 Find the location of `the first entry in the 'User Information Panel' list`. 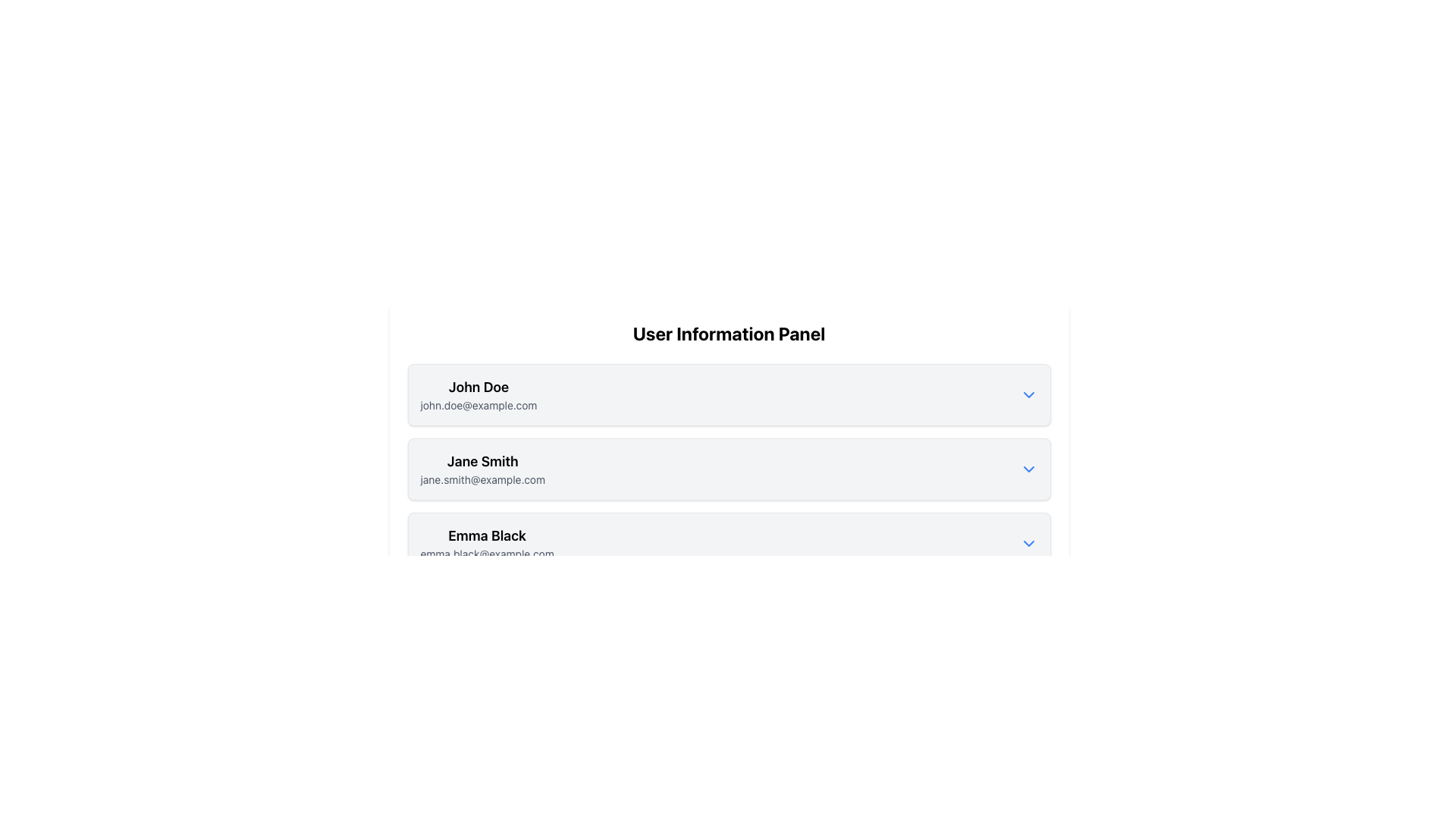

the first entry in the 'User Information Panel' list is located at coordinates (729, 394).